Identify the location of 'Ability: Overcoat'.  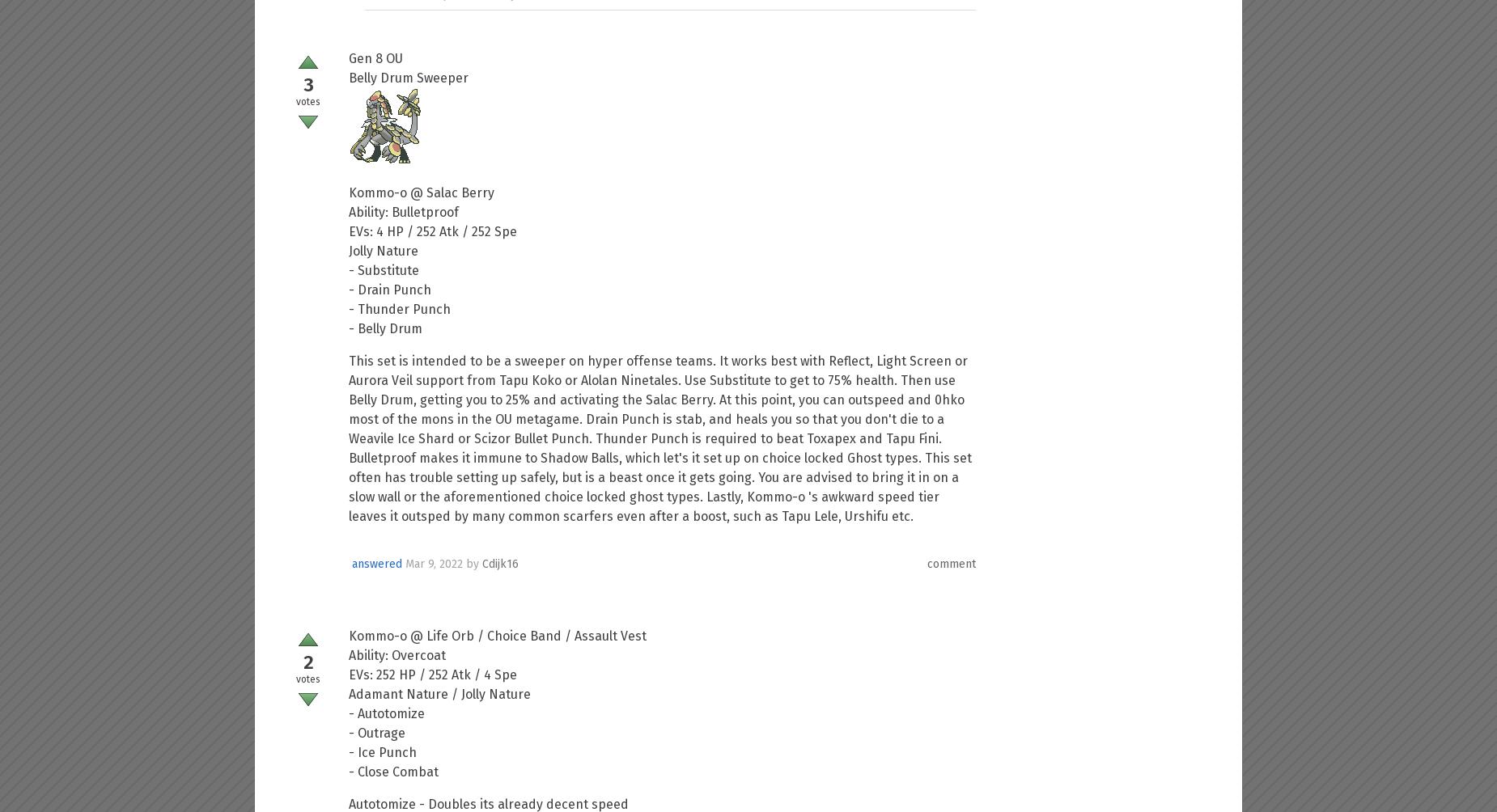
(397, 655).